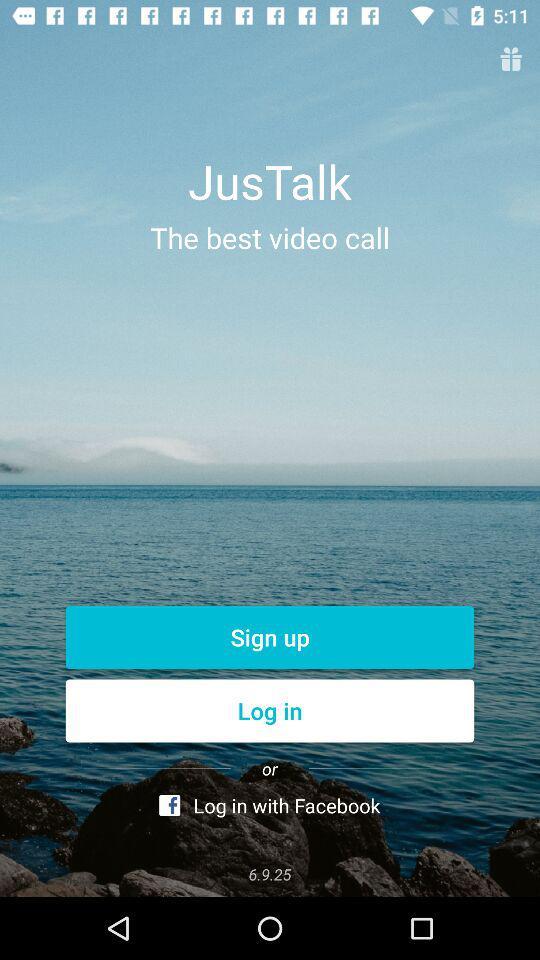 The width and height of the screenshot is (540, 960). I want to click on open gift coupon, so click(511, 59).